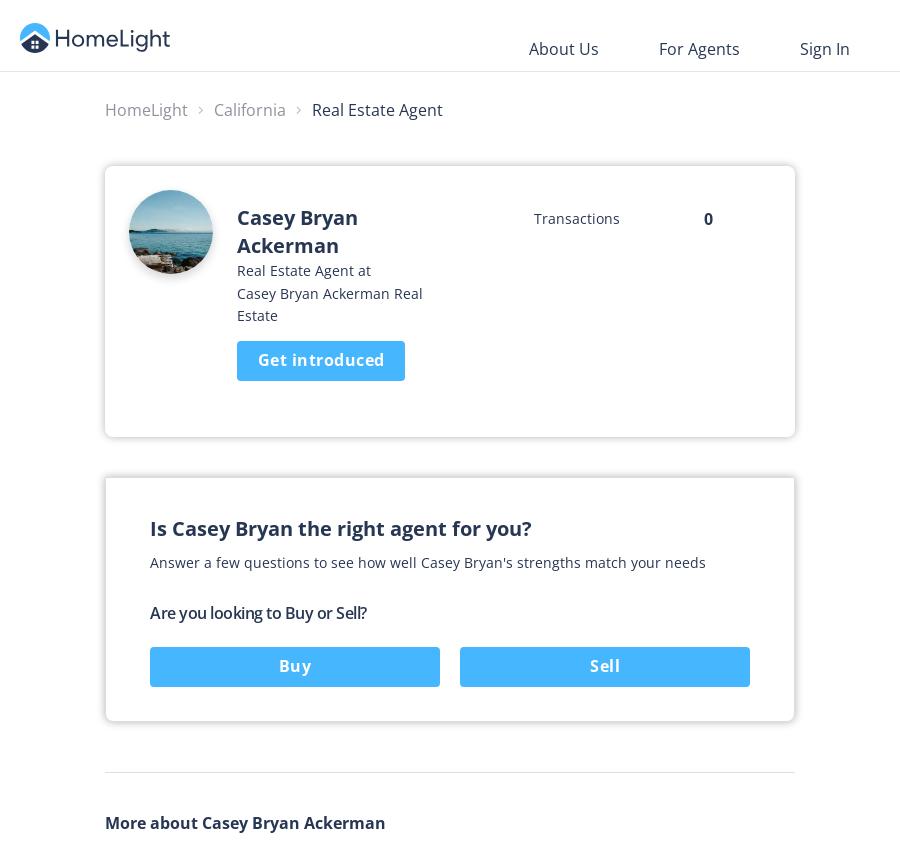 The height and width of the screenshot is (841, 900). I want to click on 'strengths match your needs', so click(609, 562).